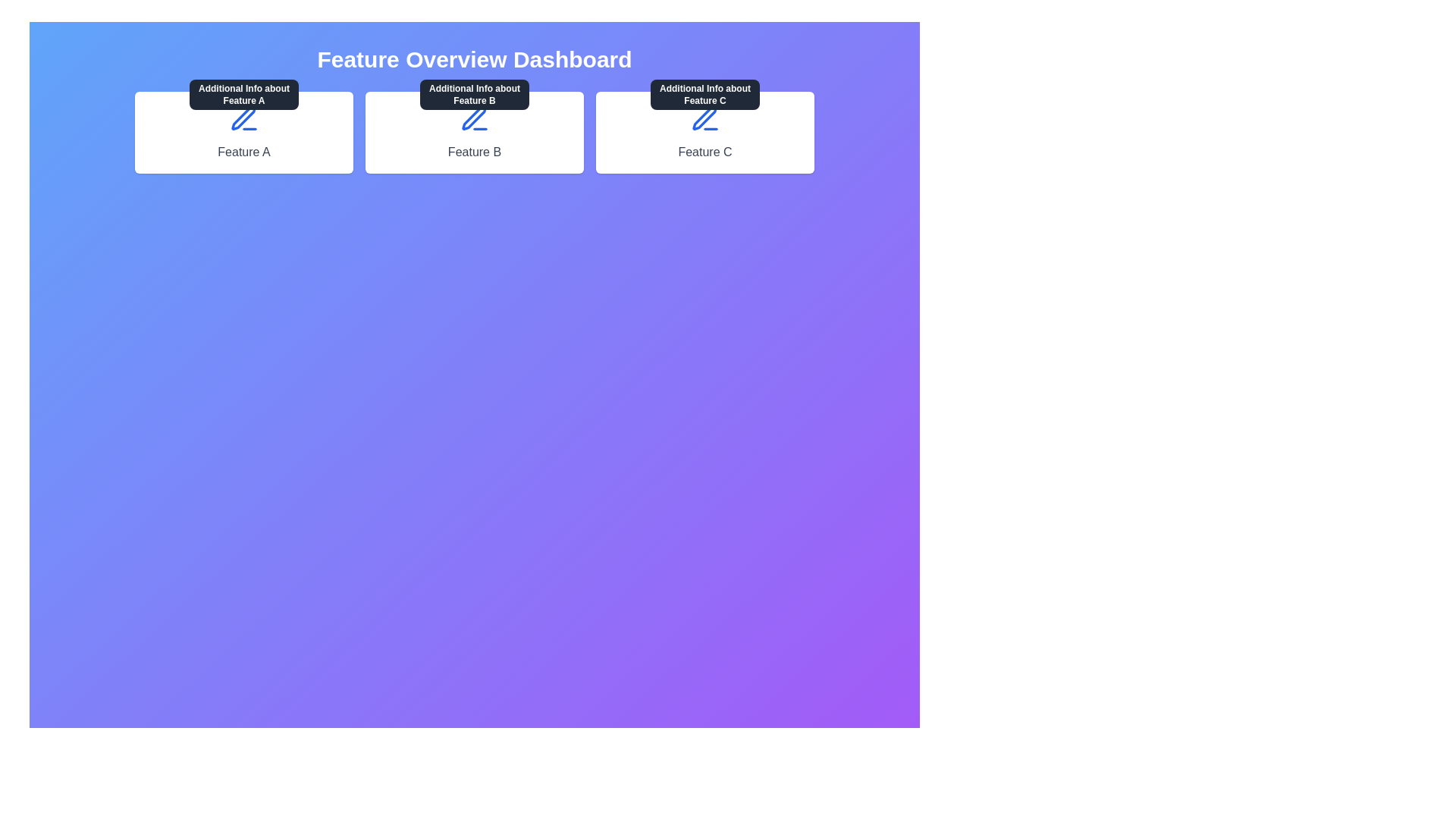 The image size is (1456, 819). Describe the element at coordinates (473, 152) in the screenshot. I see `text of the descriptive label located at the bottom section of the central card among three horizontally aligned cards` at that location.